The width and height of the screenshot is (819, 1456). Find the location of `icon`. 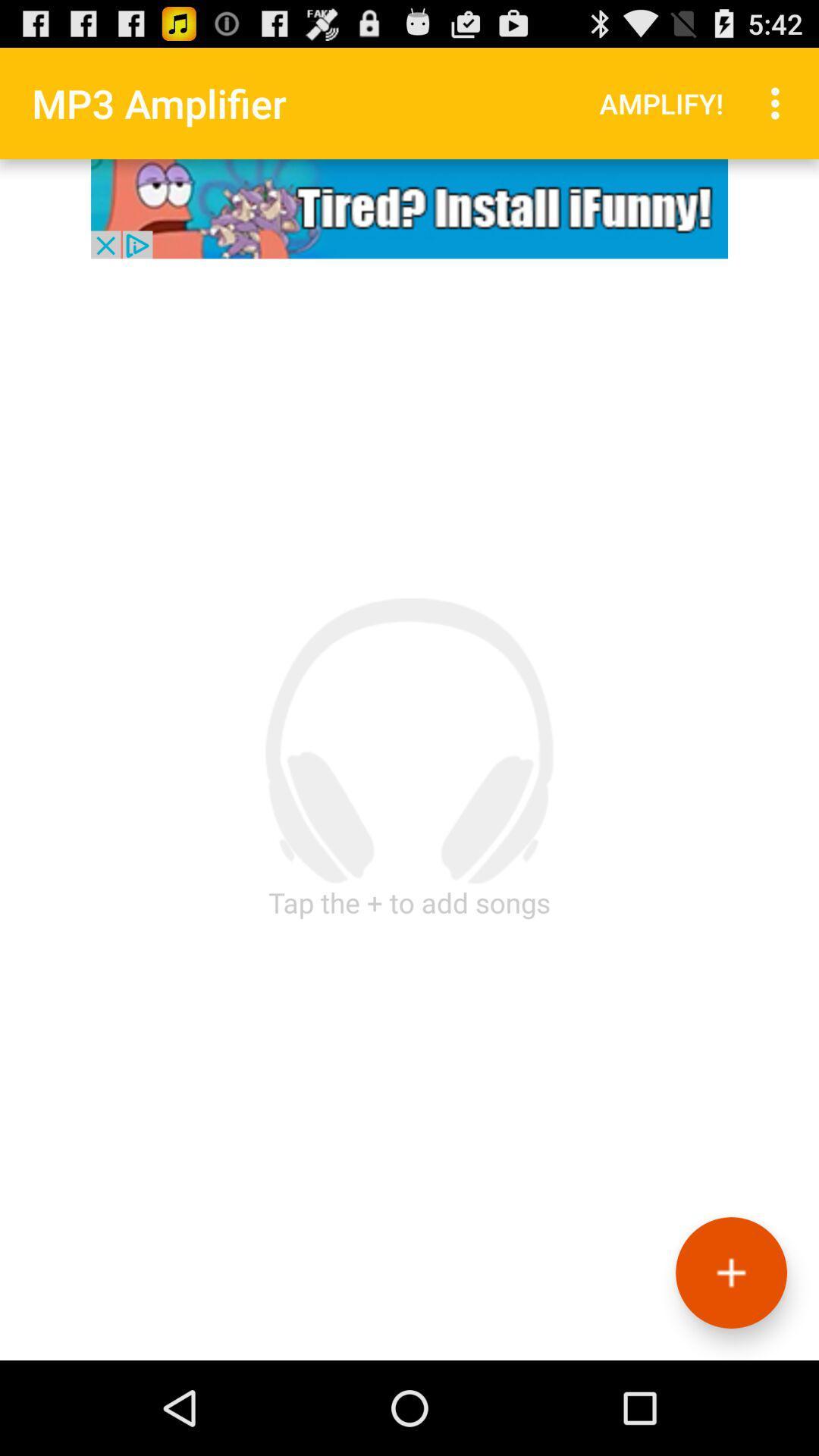

icon is located at coordinates (730, 1272).